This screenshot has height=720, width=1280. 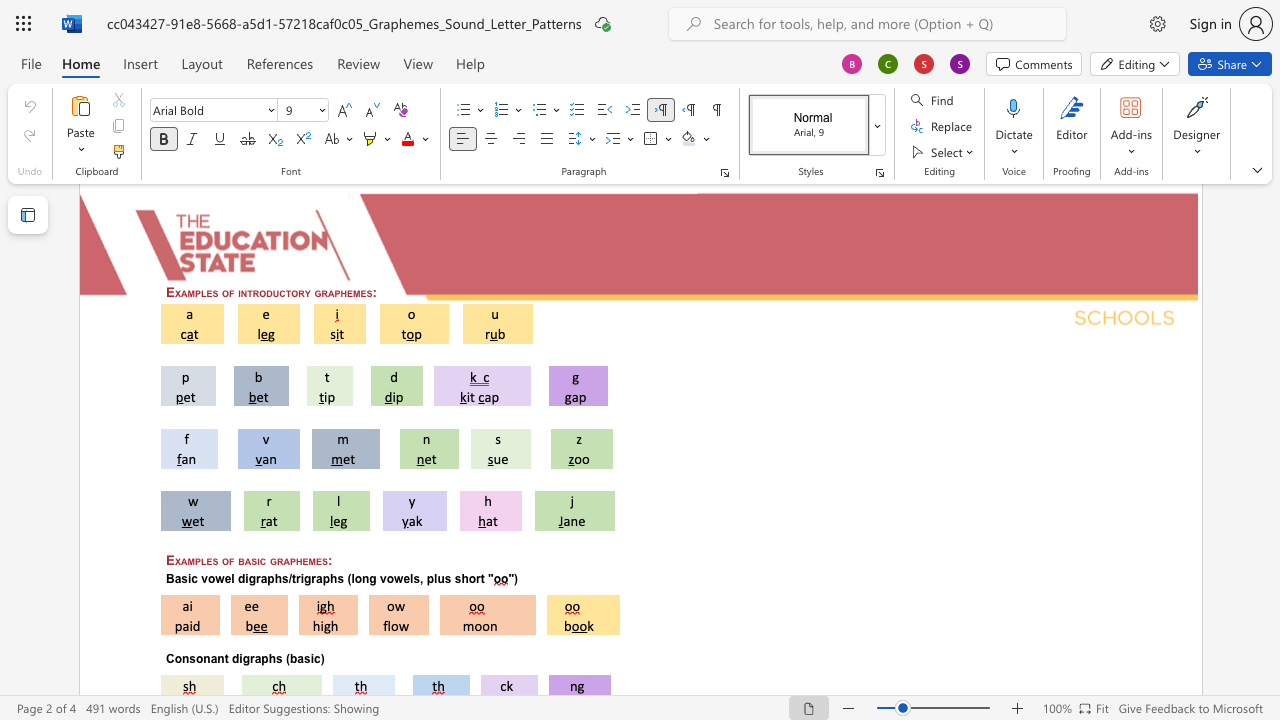 I want to click on the space between the continuous character "n" and "a" in the text, so click(x=210, y=659).